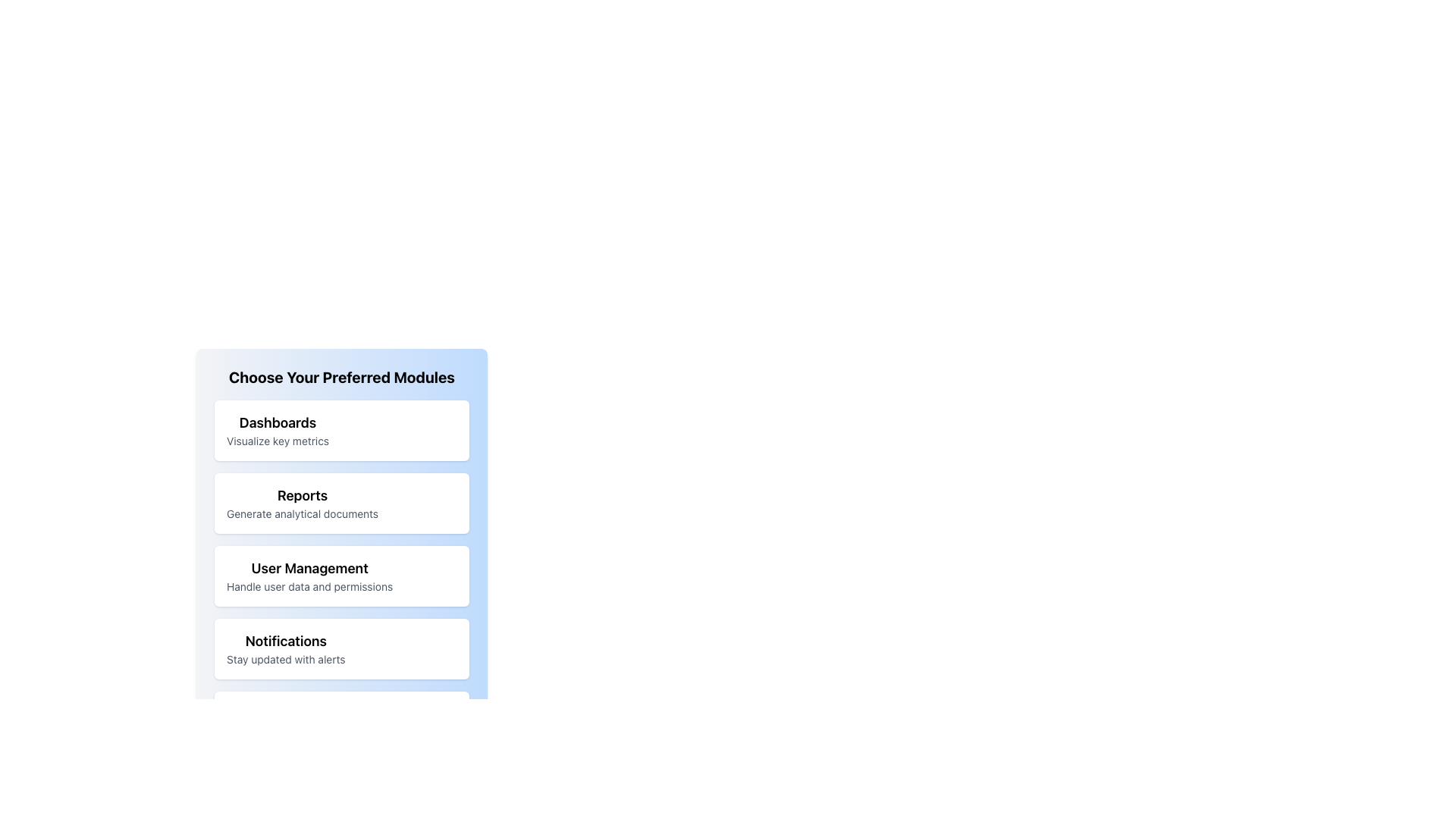  I want to click on the 'User Management' informational card, so click(309, 576).